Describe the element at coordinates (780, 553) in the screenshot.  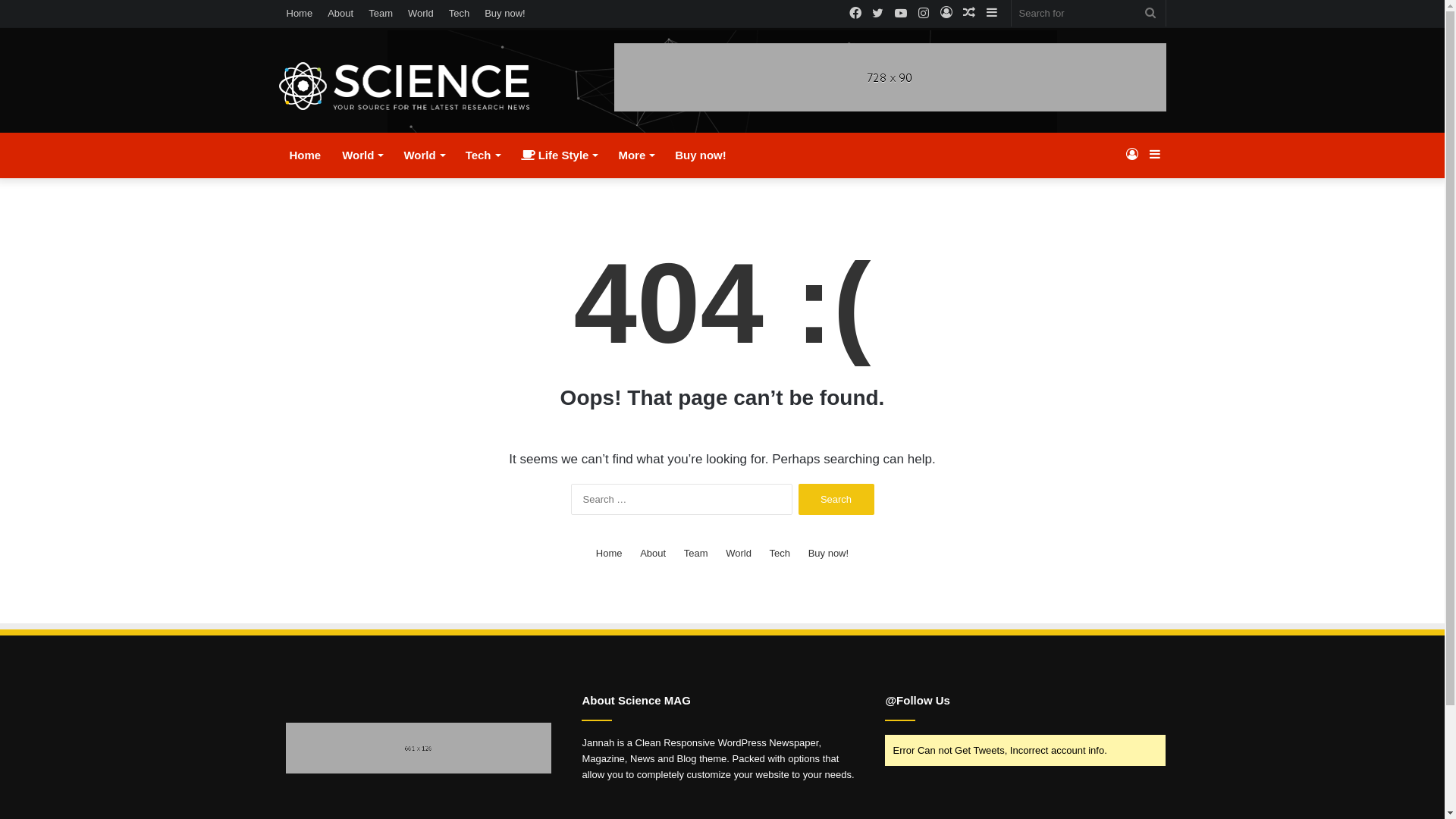
I see `'Tech'` at that location.